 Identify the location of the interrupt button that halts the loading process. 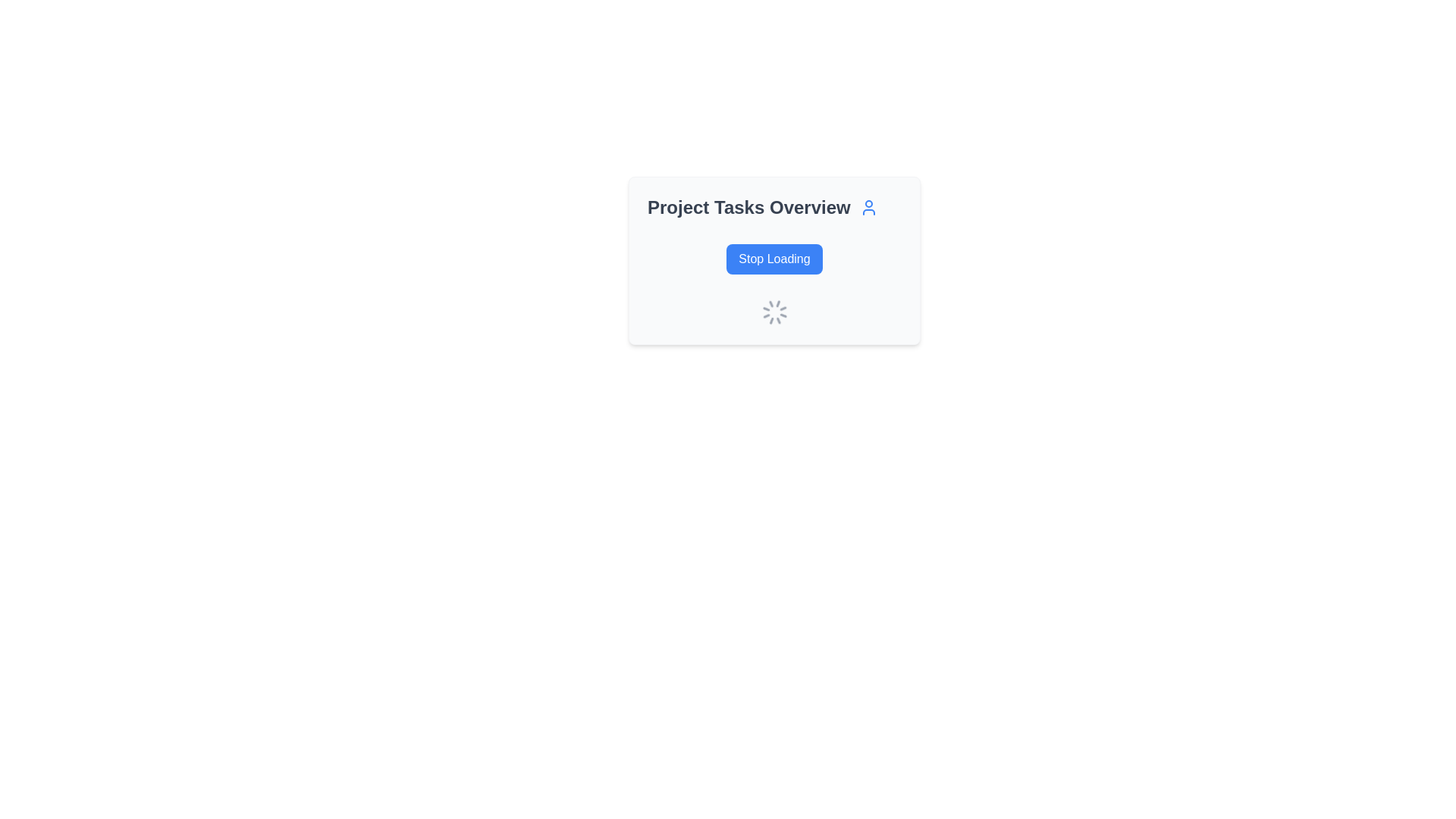
(774, 259).